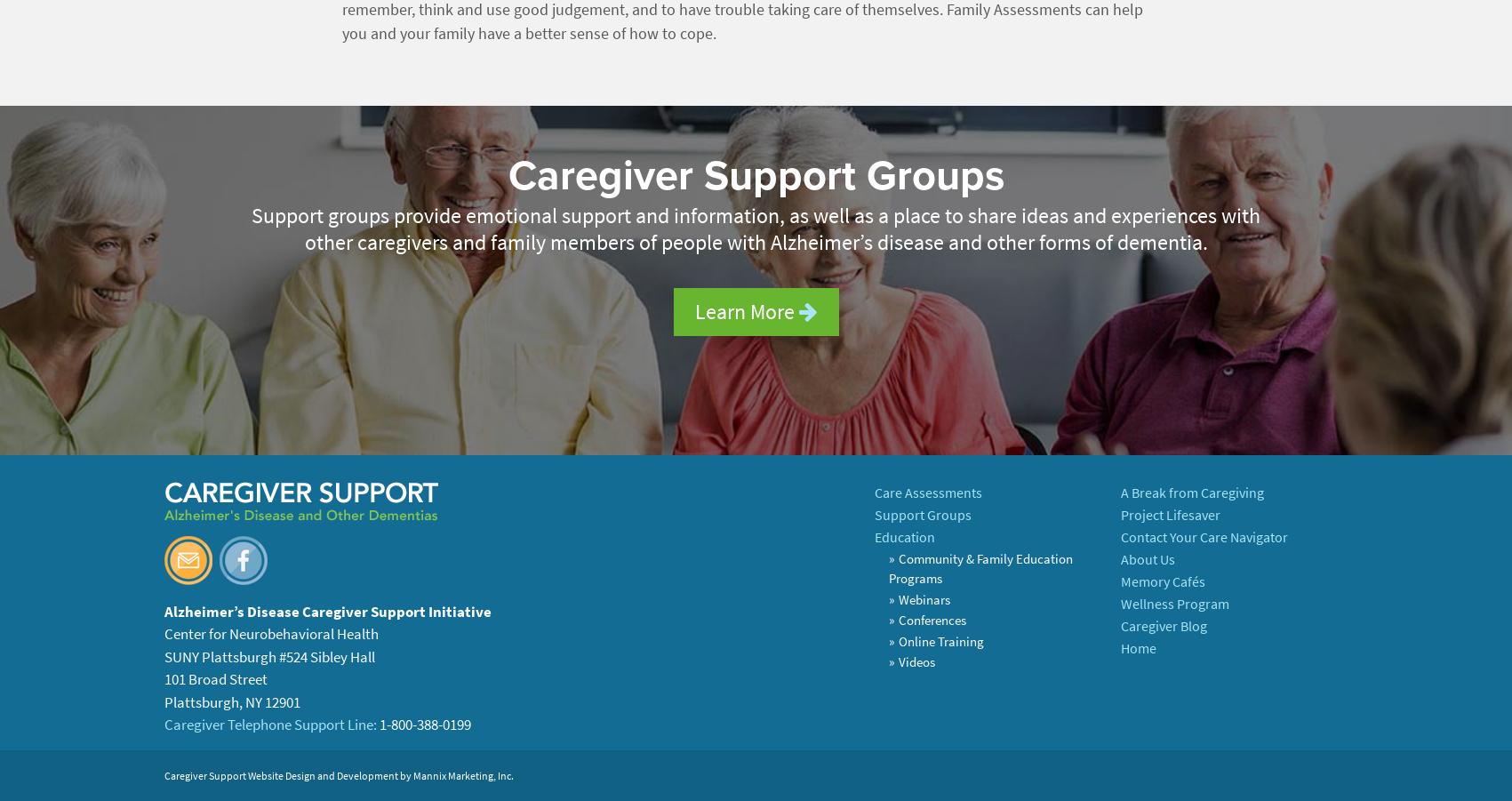 This screenshot has width=1512, height=801. Describe the element at coordinates (241, 701) in the screenshot. I see `','` at that location.